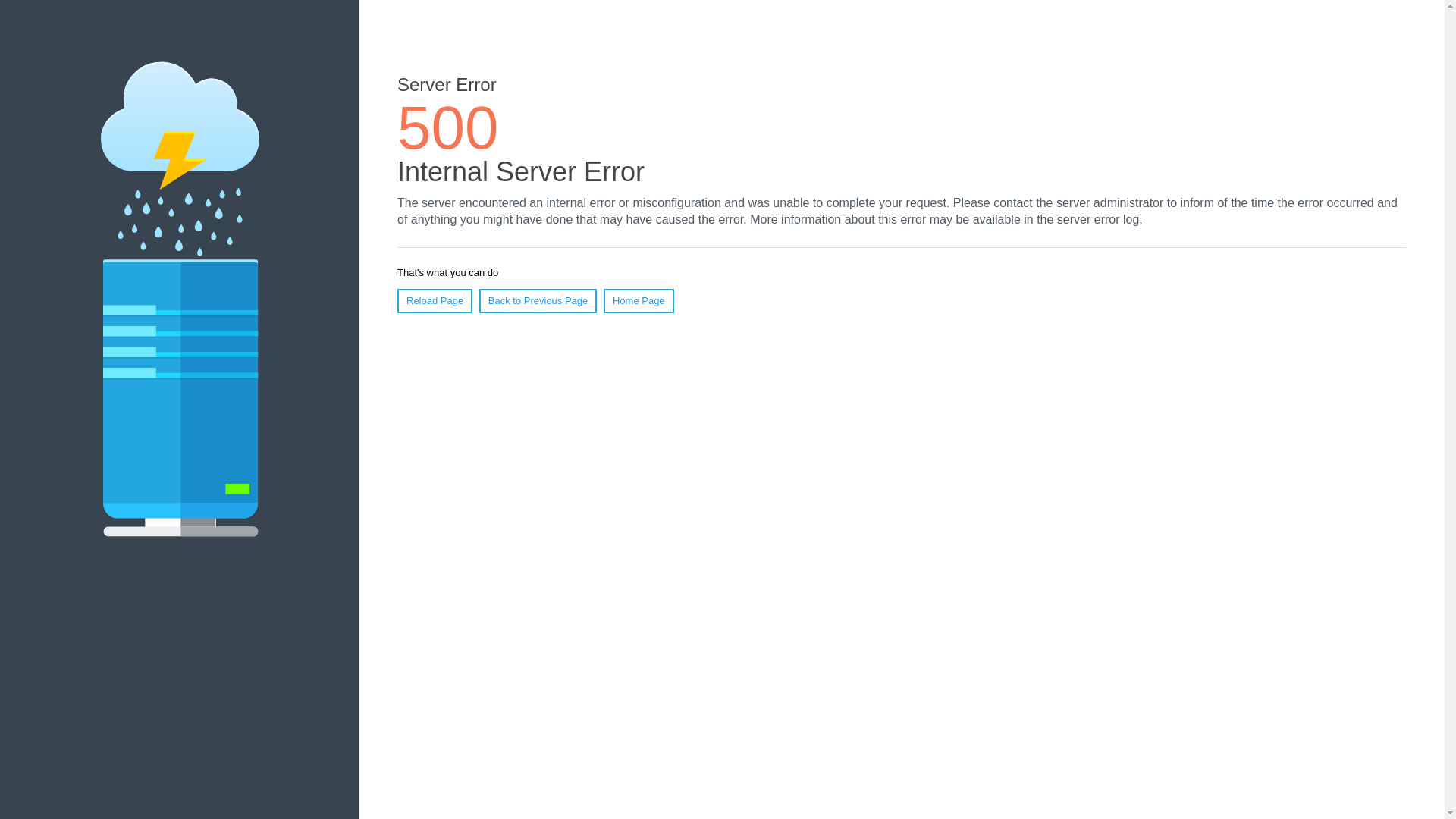 Image resolution: width=1456 pixels, height=819 pixels. Describe the element at coordinates (479, 301) in the screenshot. I see `'Back to Previous Page'` at that location.